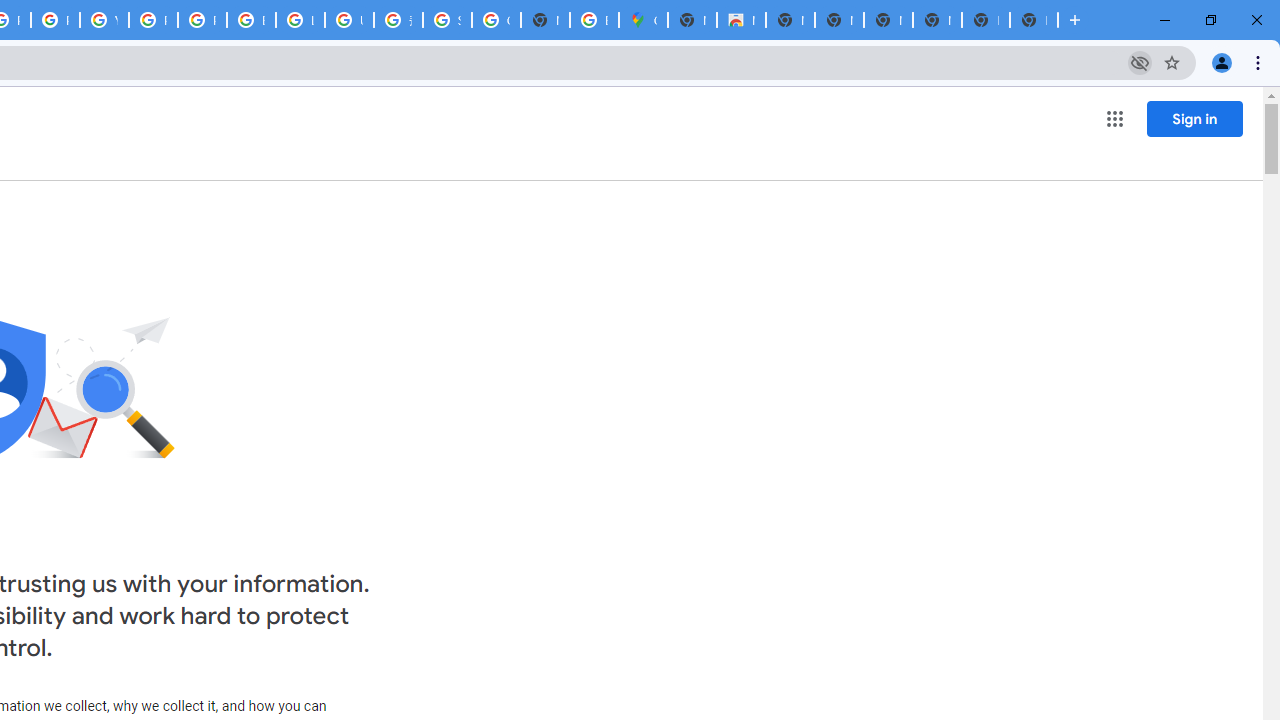 This screenshot has width=1280, height=720. What do you see at coordinates (1034, 20) in the screenshot?
I see `'New Tab'` at bounding box center [1034, 20].